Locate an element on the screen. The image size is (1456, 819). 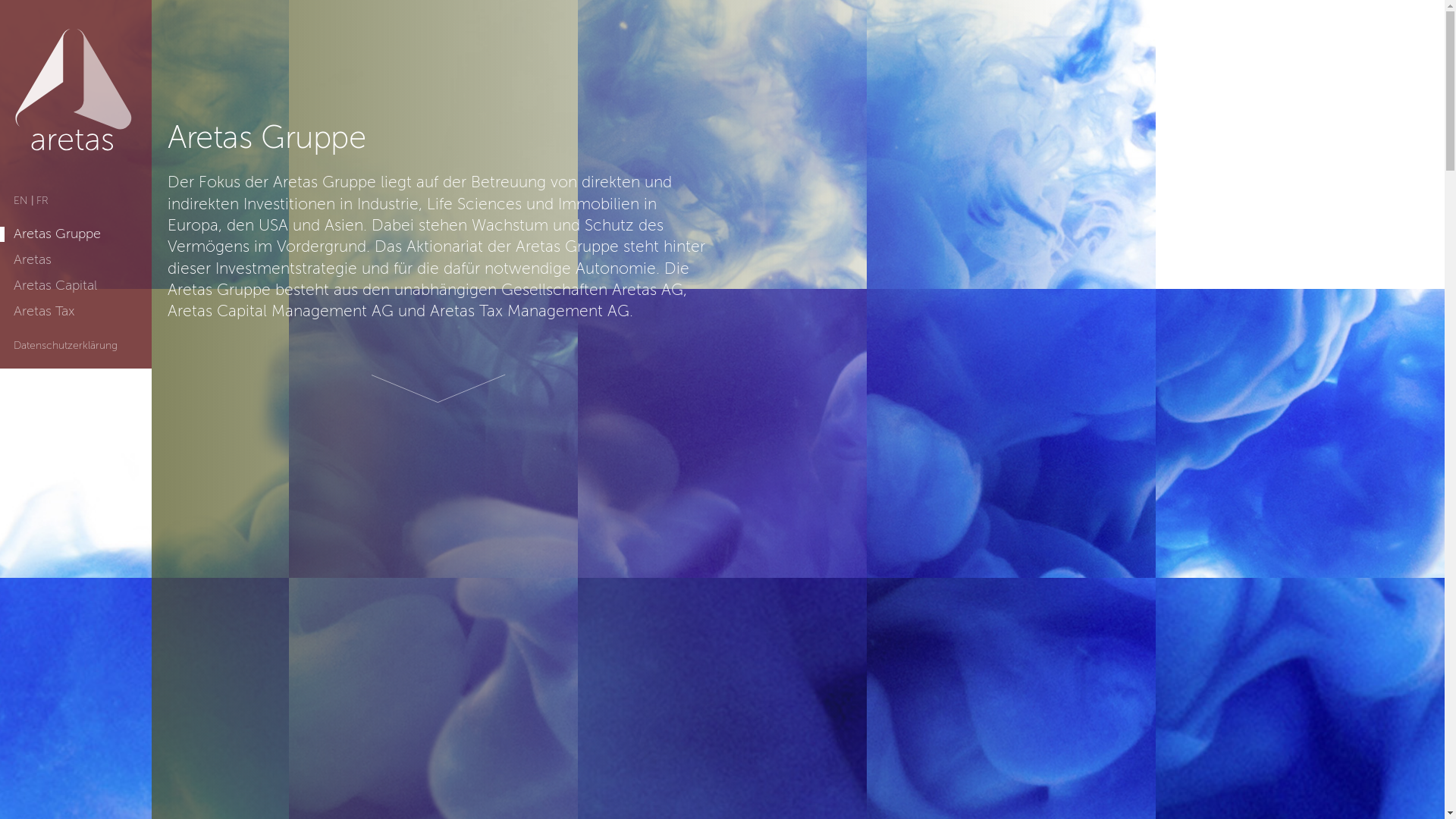
'Aretas Gruppe' is located at coordinates (57, 234).